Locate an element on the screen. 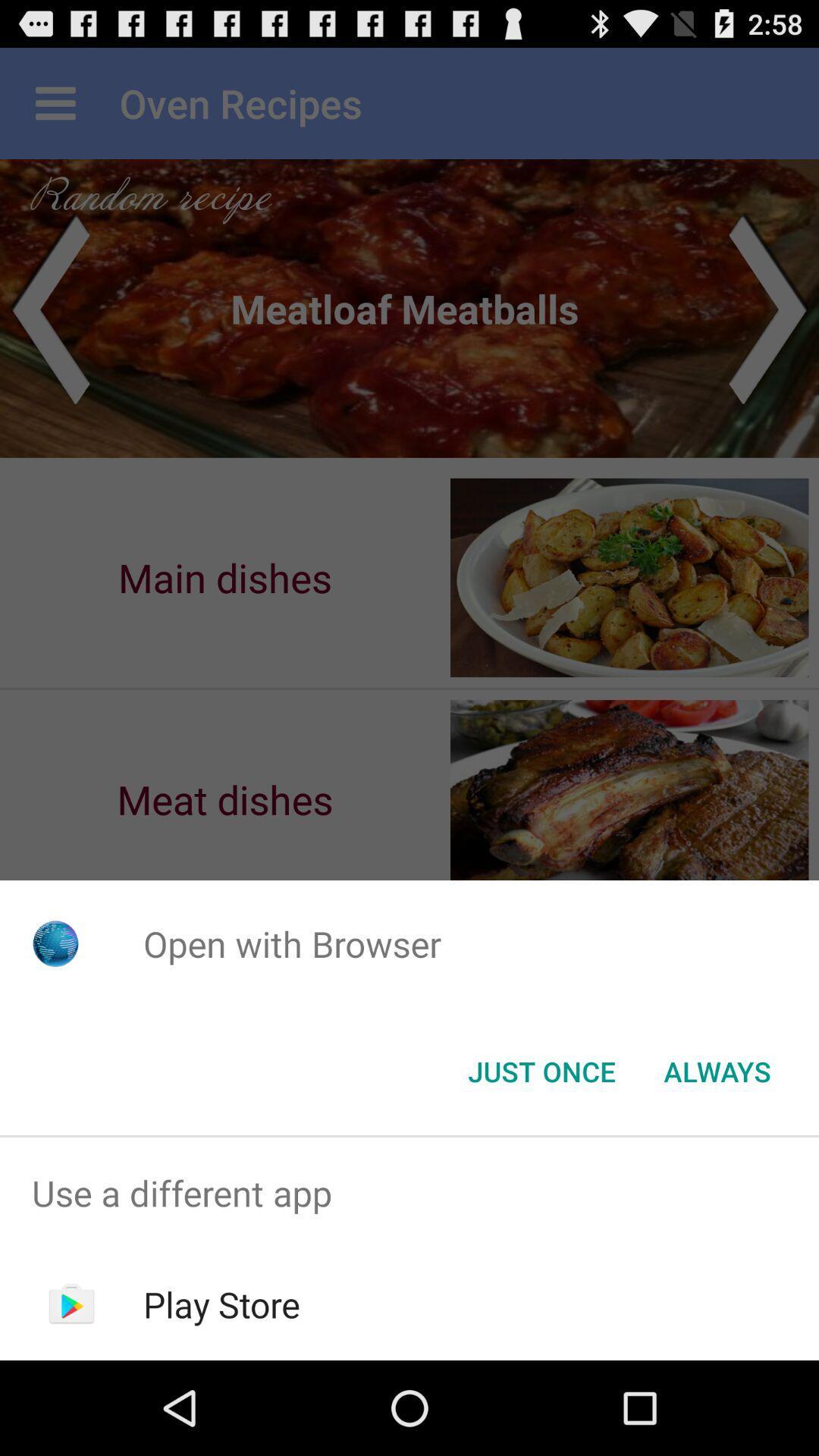  always icon is located at coordinates (717, 1070).